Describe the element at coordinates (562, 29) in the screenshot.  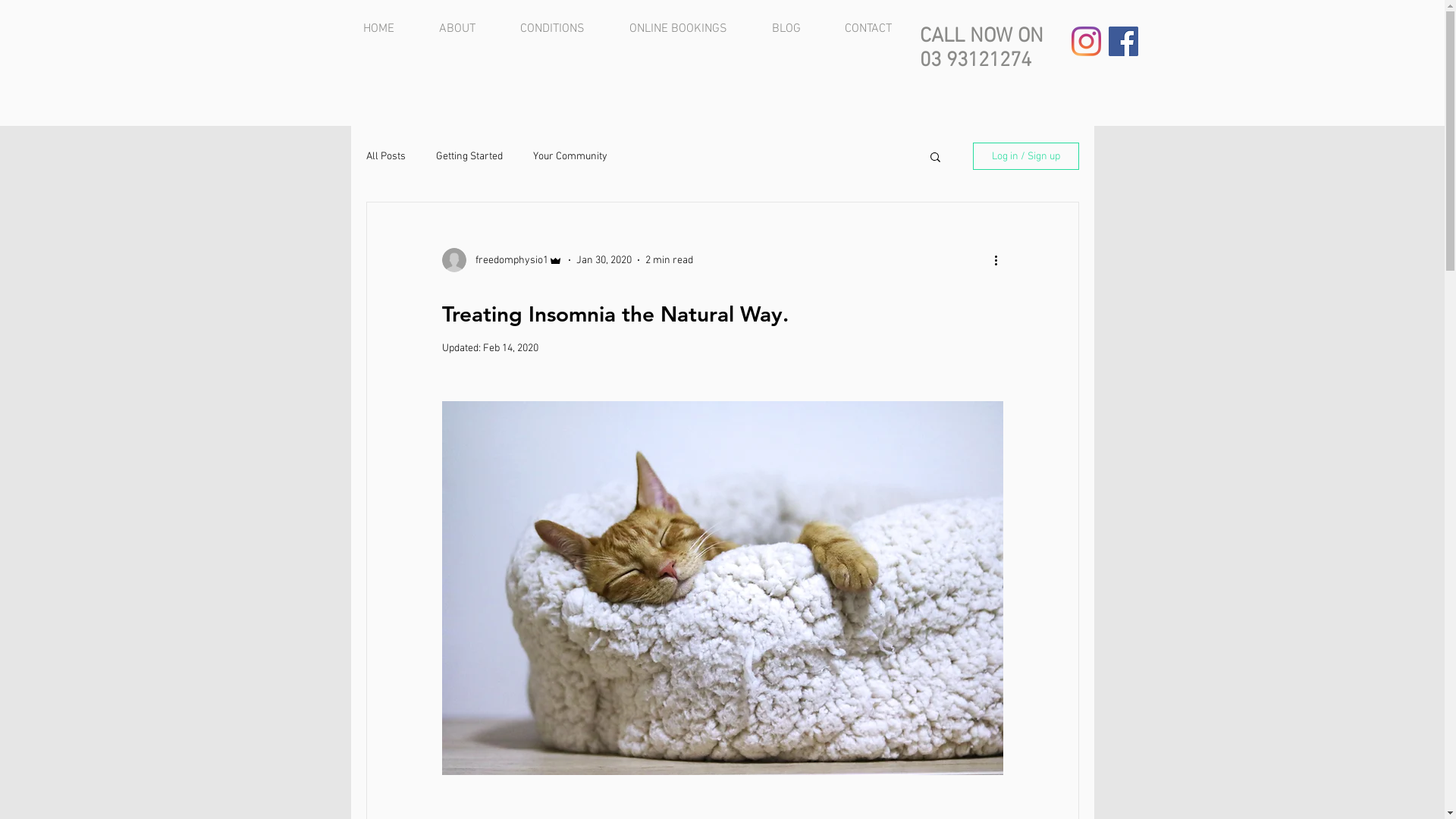
I see `'CONDITIONS'` at that location.